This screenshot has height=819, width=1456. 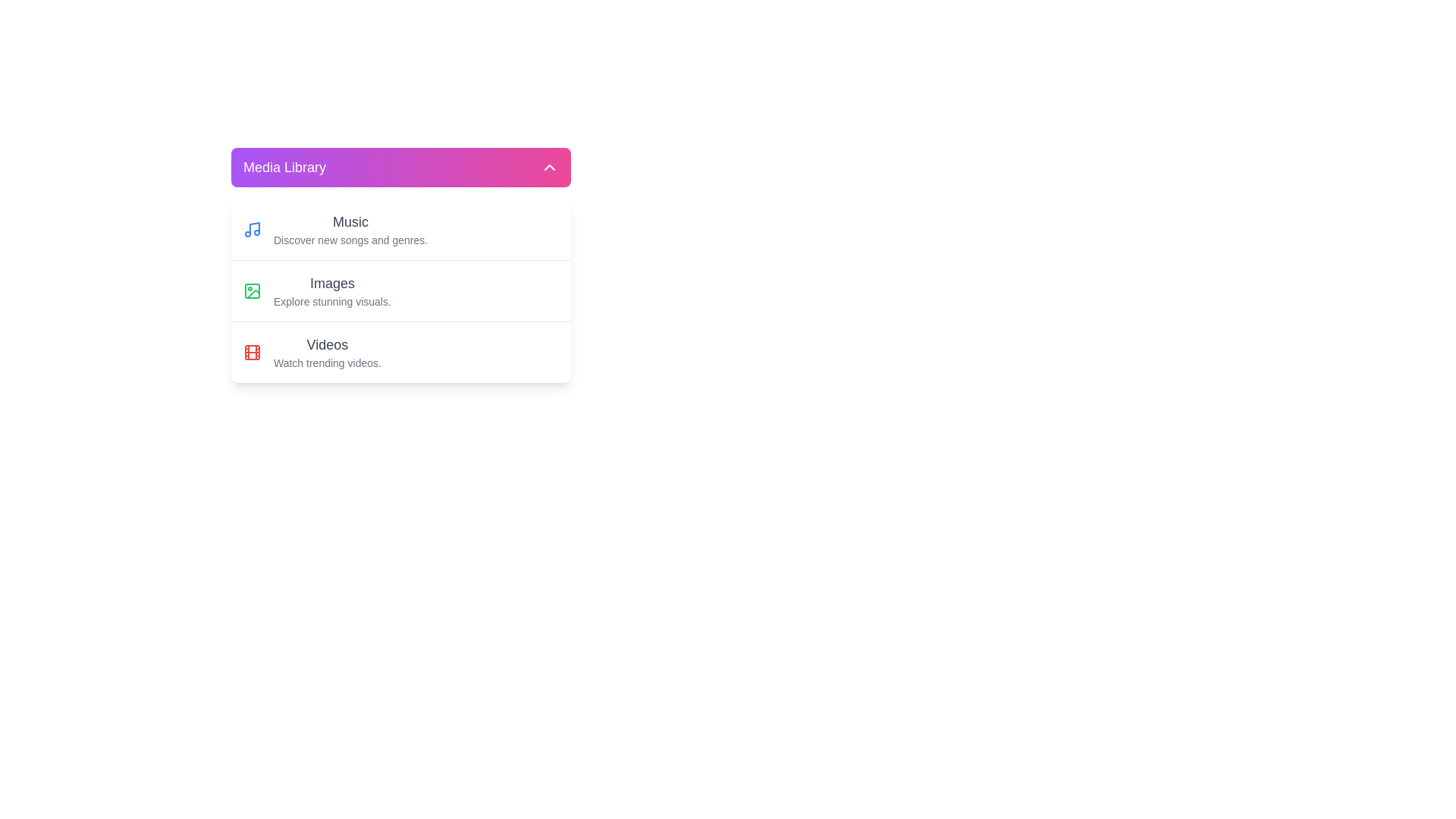 I want to click on the label that serves as the title for the videos section in the Media Library, which is positioned last in the vertical layout below 'Images', so click(x=327, y=345).